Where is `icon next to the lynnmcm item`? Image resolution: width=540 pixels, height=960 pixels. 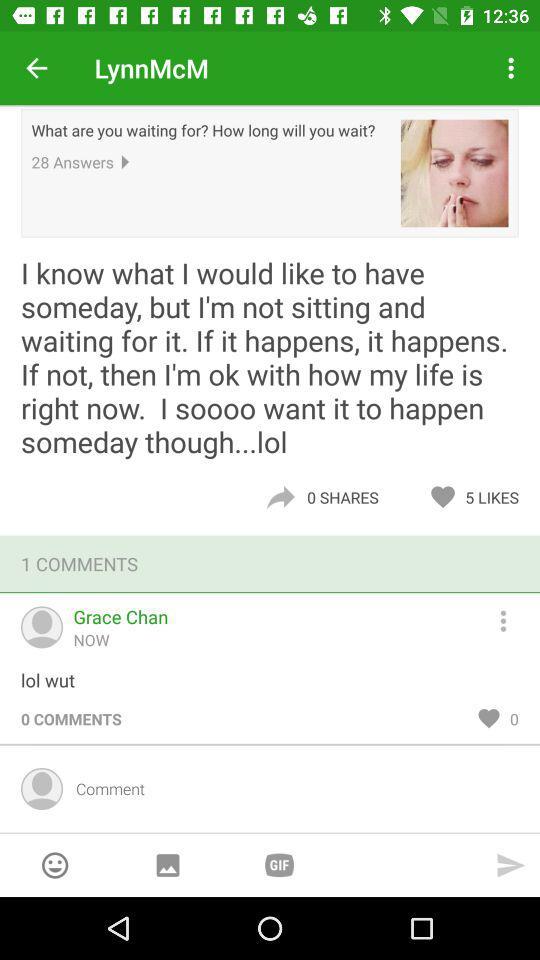 icon next to the lynnmcm item is located at coordinates (36, 68).